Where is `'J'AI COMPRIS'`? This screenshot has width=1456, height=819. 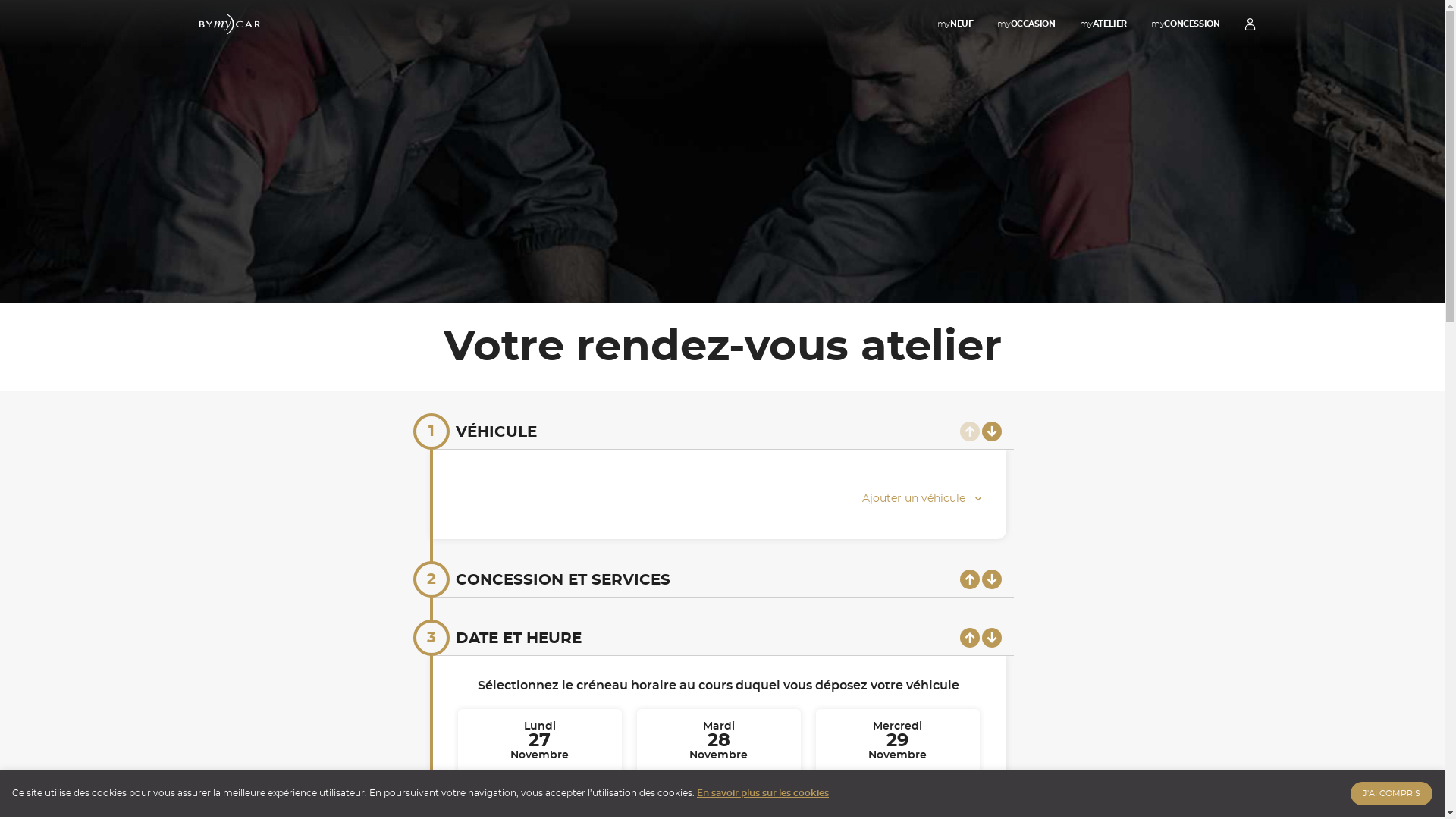 'J'AI COMPRIS' is located at coordinates (1391, 792).